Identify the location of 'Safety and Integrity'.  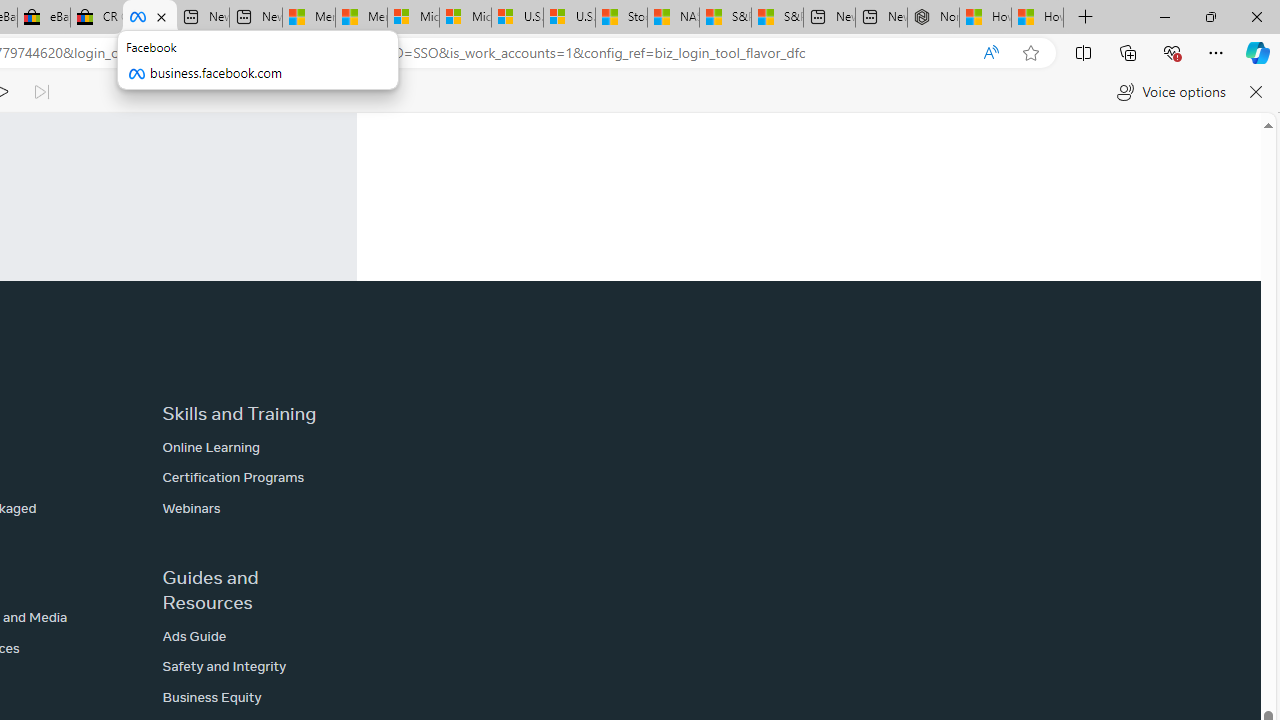
(224, 666).